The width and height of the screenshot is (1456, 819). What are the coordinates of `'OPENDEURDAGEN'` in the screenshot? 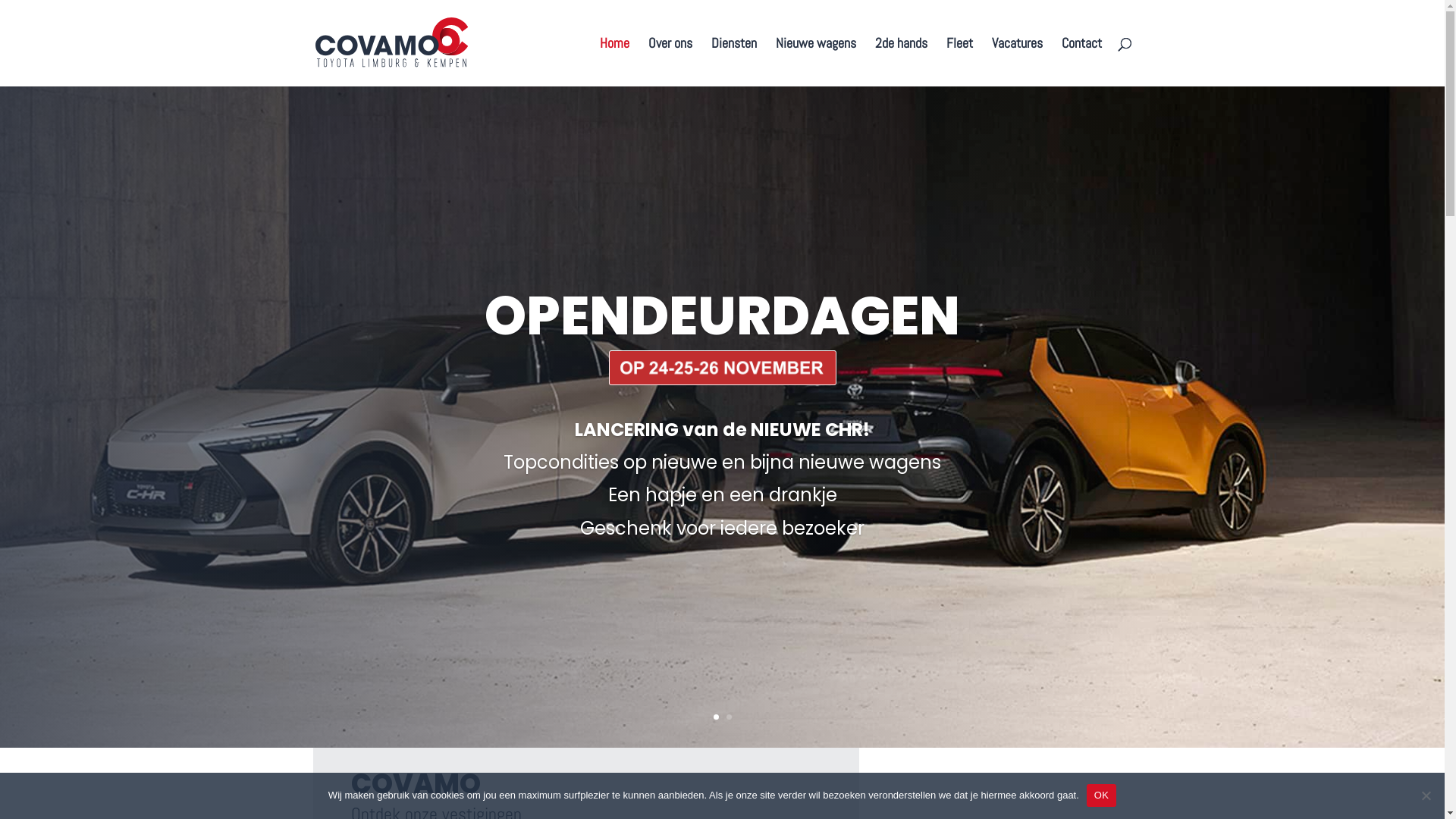 It's located at (721, 315).